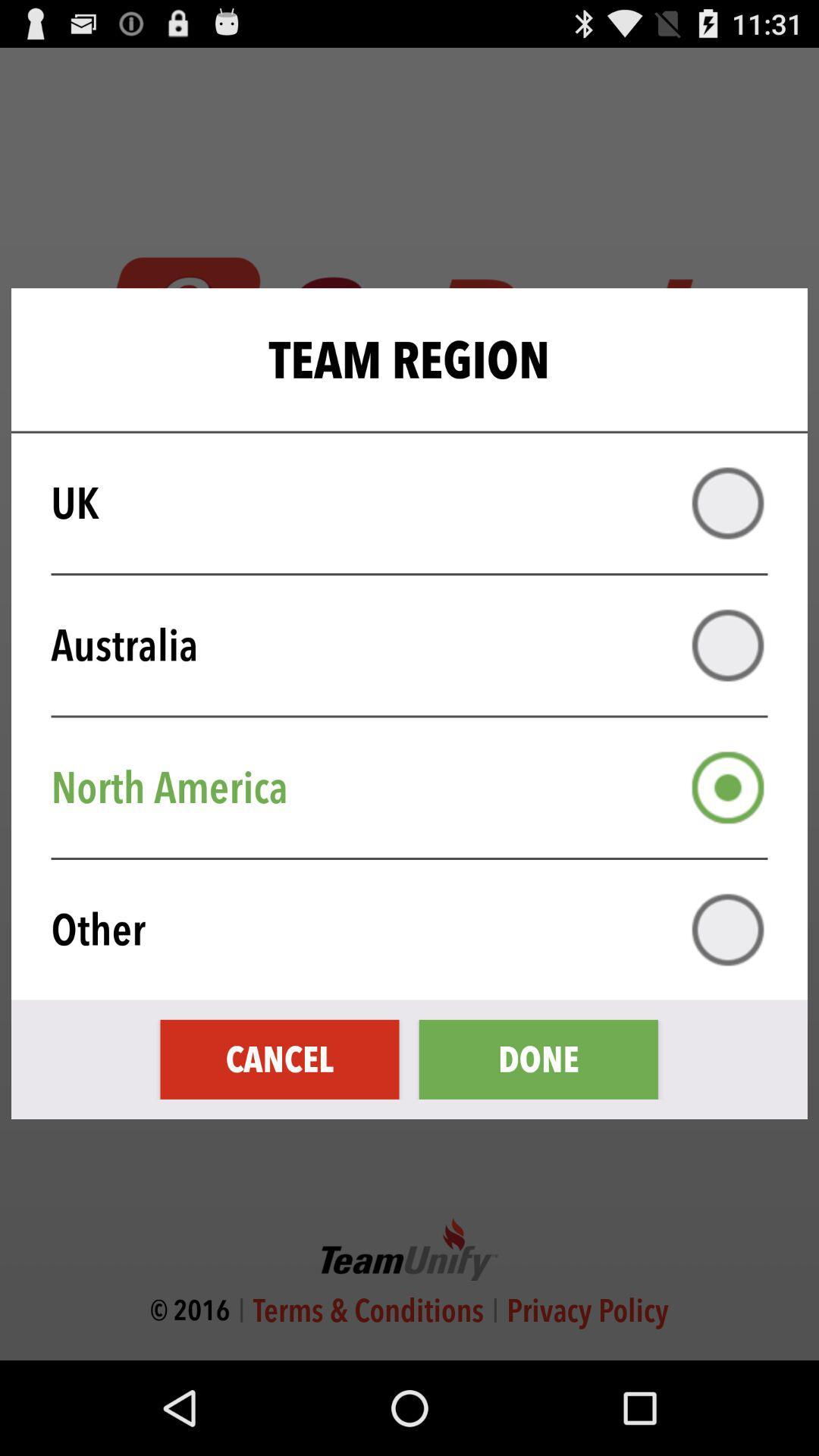 This screenshot has height=1456, width=819. I want to click on uk item, so click(419, 503).